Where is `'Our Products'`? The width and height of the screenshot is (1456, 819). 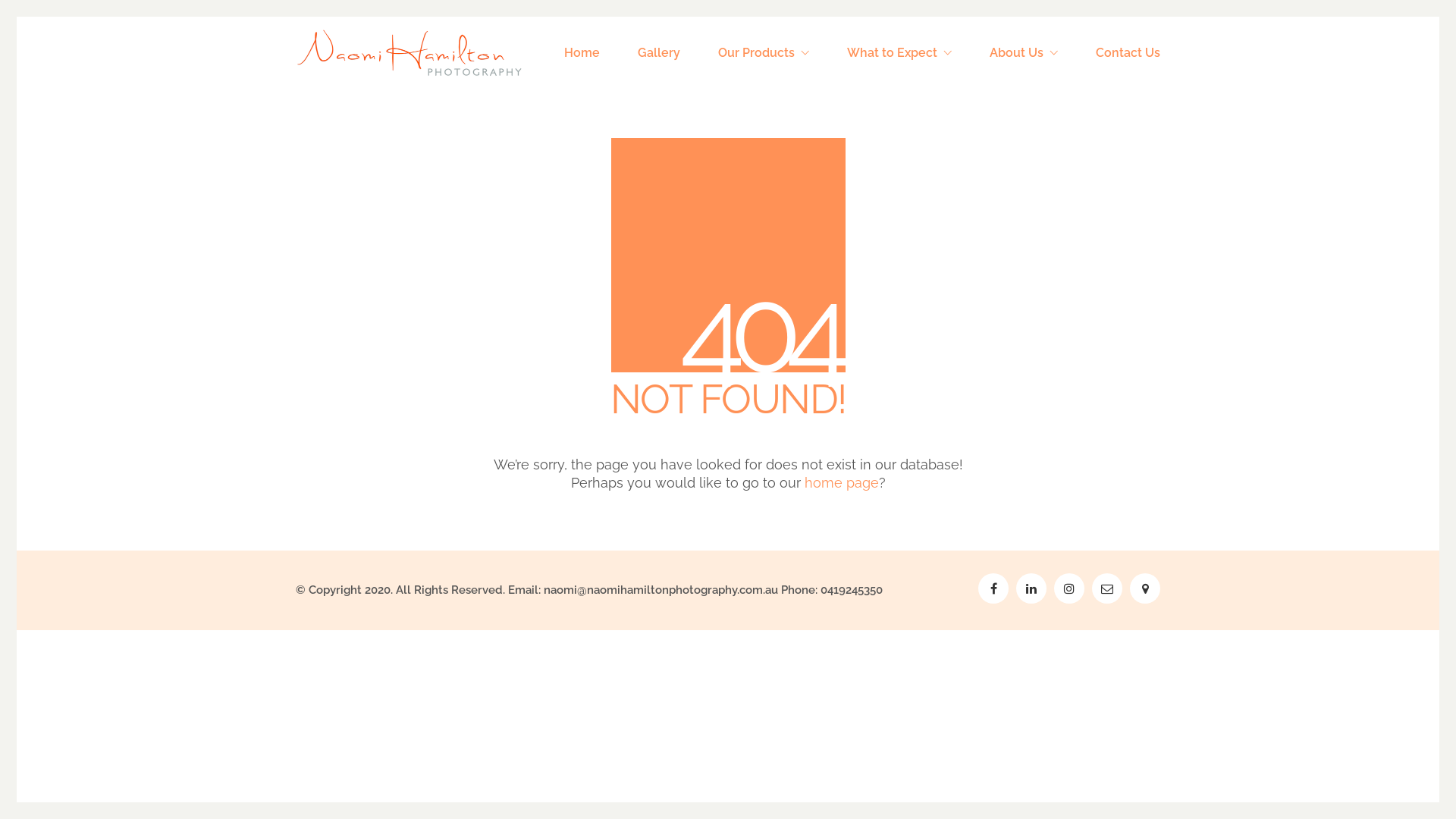
'Our Products' is located at coordinates (717, 52).